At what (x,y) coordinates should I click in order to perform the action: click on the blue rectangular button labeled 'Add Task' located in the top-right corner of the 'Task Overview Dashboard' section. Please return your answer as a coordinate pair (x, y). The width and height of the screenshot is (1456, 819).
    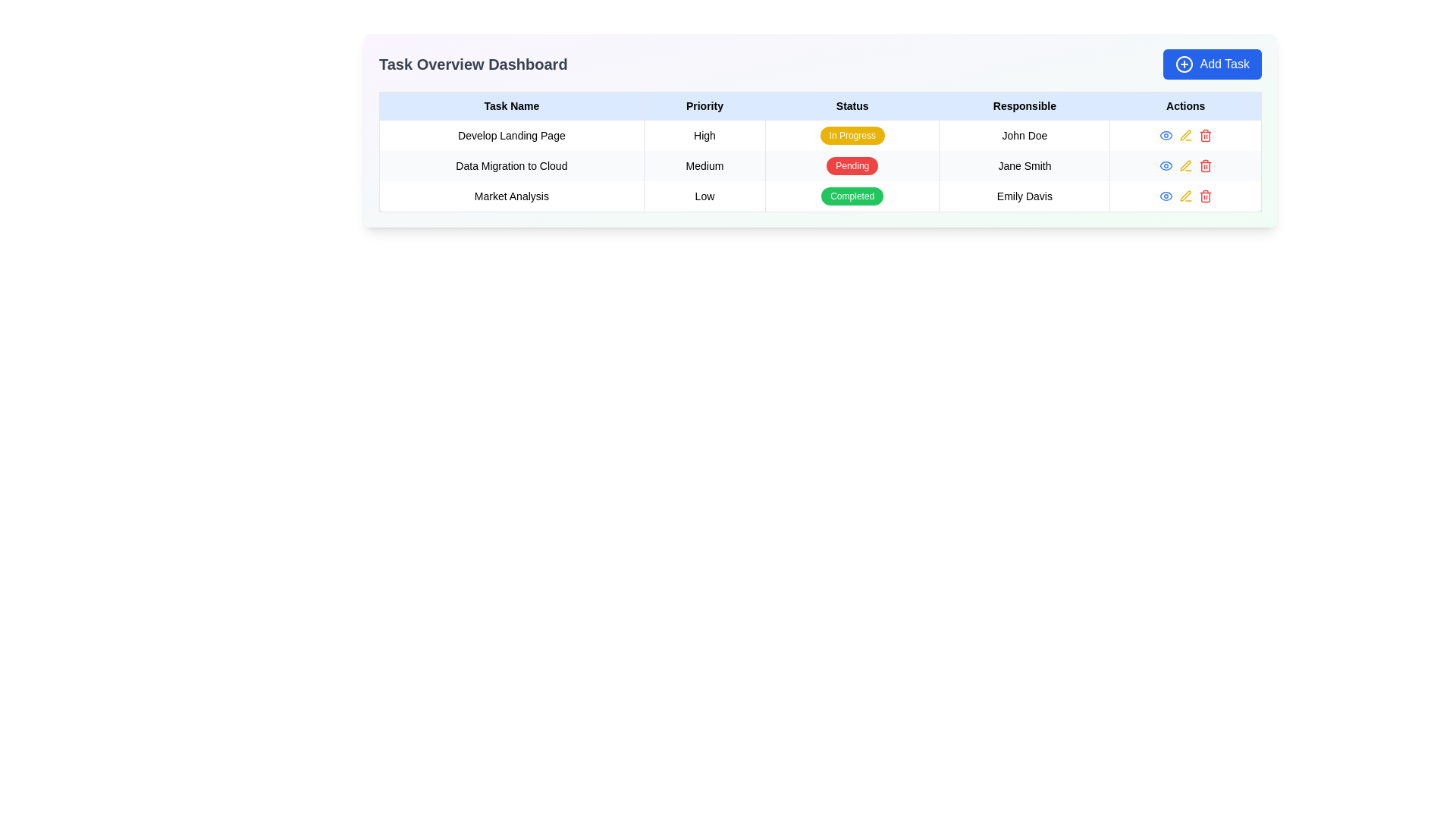
    Looking at the image, I should click on (1211, 63).